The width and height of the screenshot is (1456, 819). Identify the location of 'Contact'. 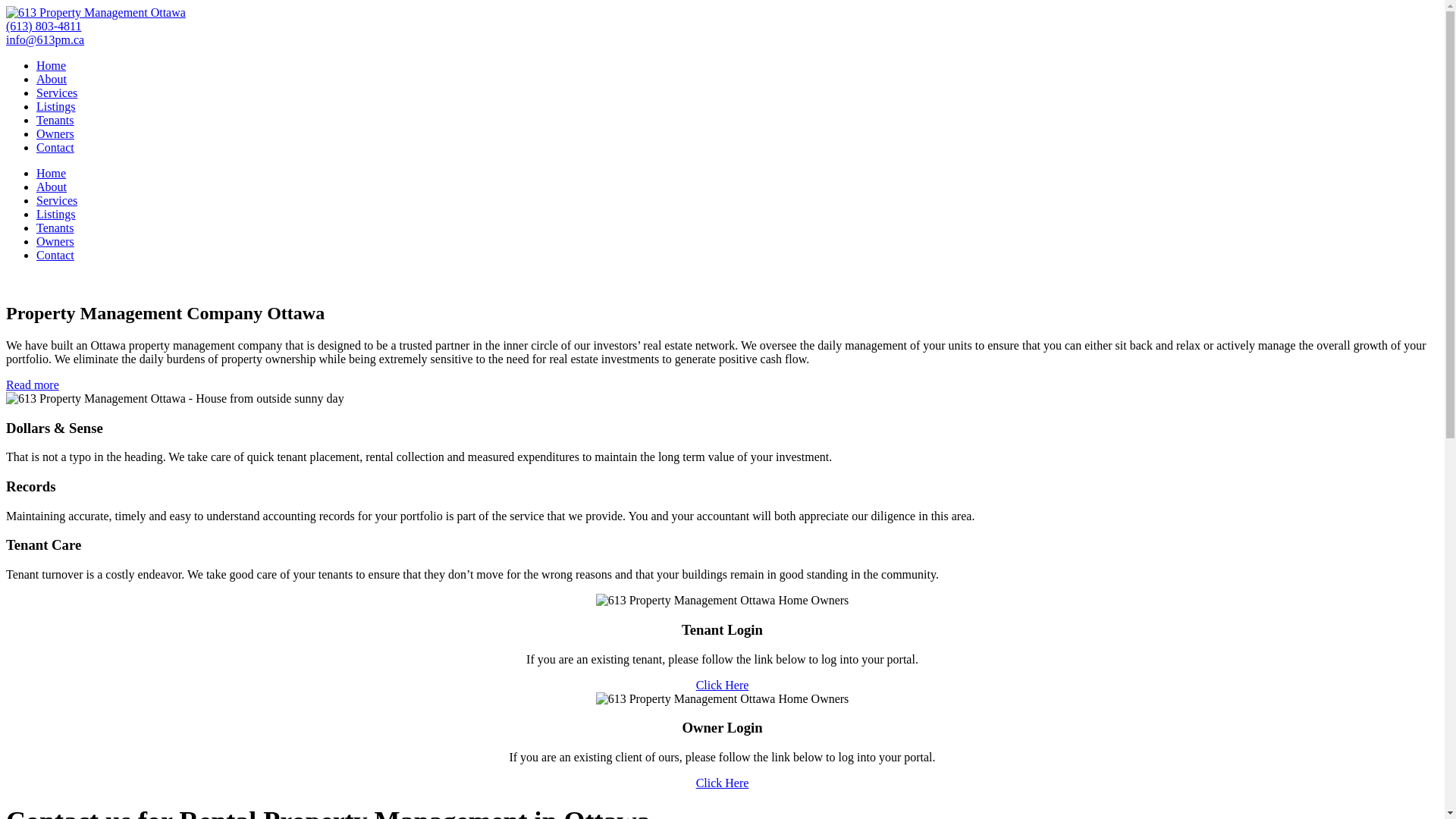
(55, 254).